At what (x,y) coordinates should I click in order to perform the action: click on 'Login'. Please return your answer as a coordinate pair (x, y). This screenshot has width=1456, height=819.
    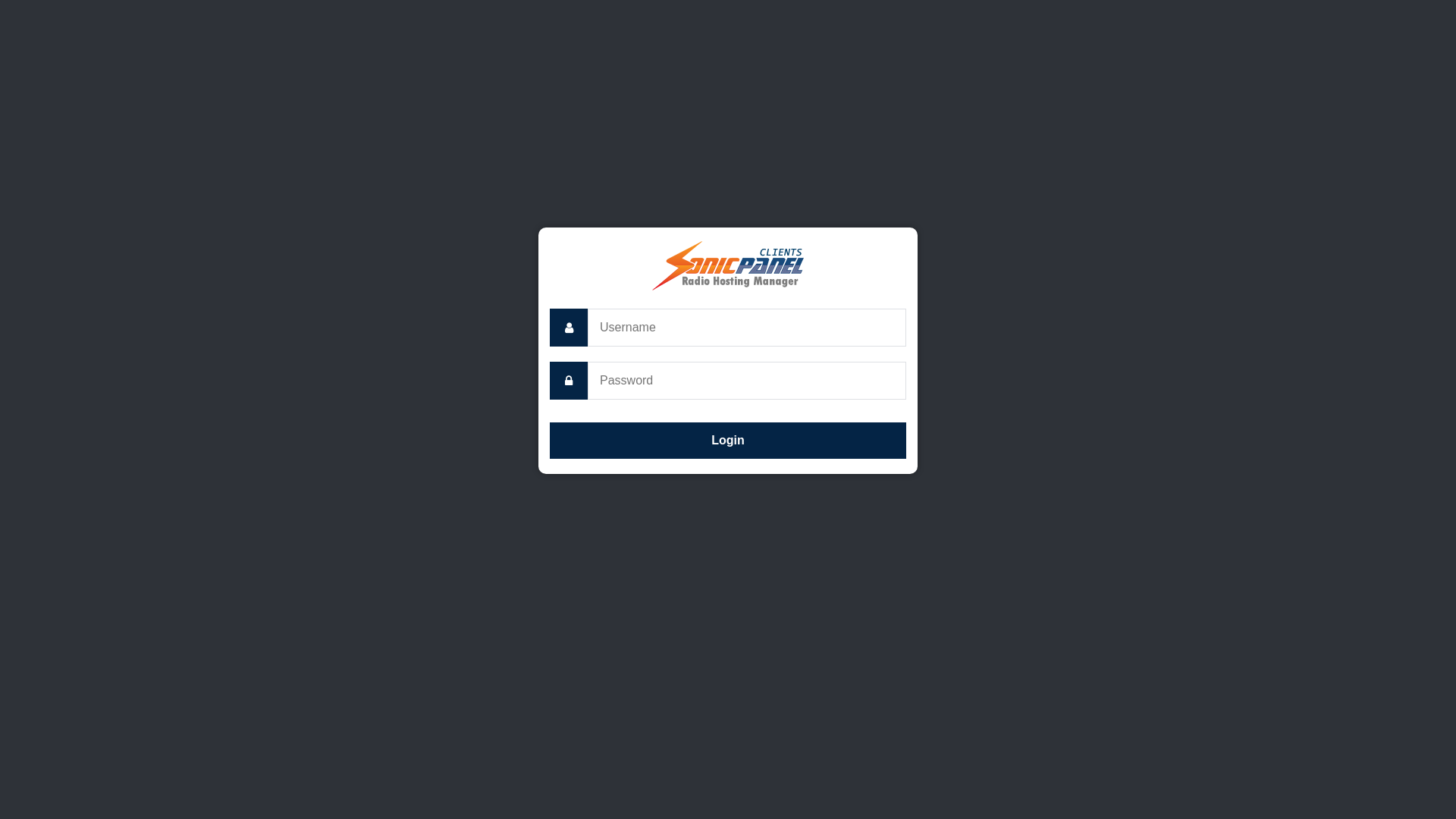
    Looking at the image, I should click on (728, 441).